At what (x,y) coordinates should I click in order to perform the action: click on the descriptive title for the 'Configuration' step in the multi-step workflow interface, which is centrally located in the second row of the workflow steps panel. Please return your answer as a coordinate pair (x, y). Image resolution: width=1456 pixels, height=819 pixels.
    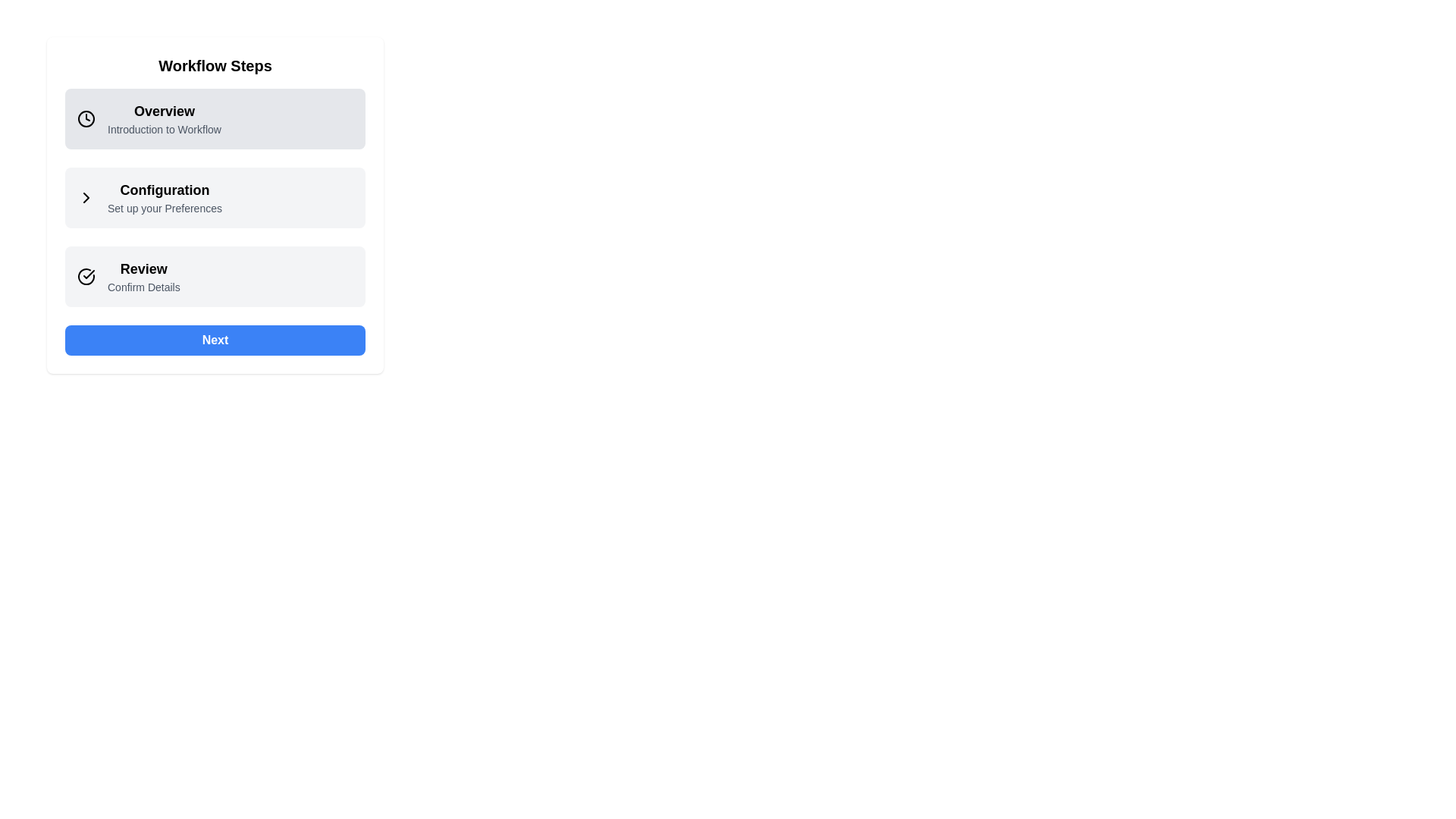
    Looking at the image, I should click on (165, 197).